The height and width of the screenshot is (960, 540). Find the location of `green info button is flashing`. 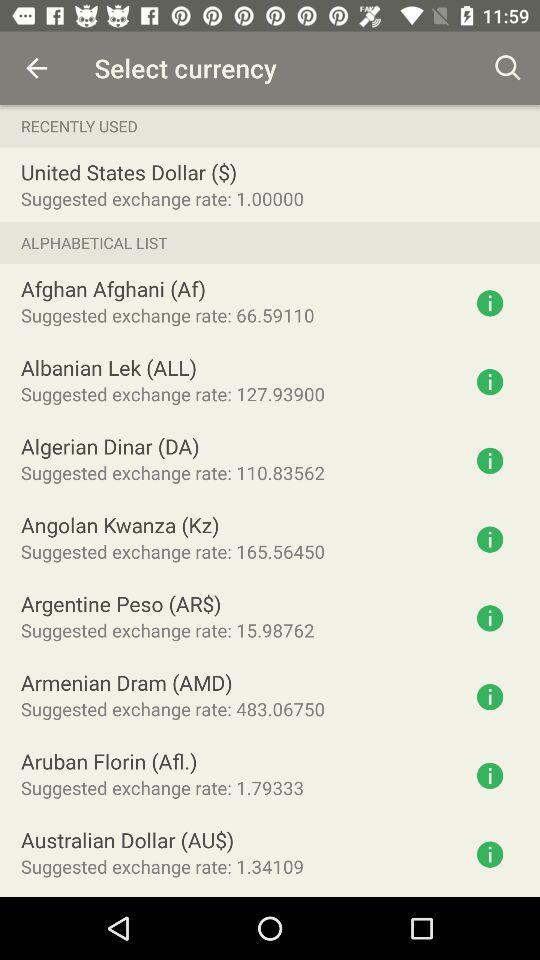

green info button is flashing is located at coordinates (489, 774).